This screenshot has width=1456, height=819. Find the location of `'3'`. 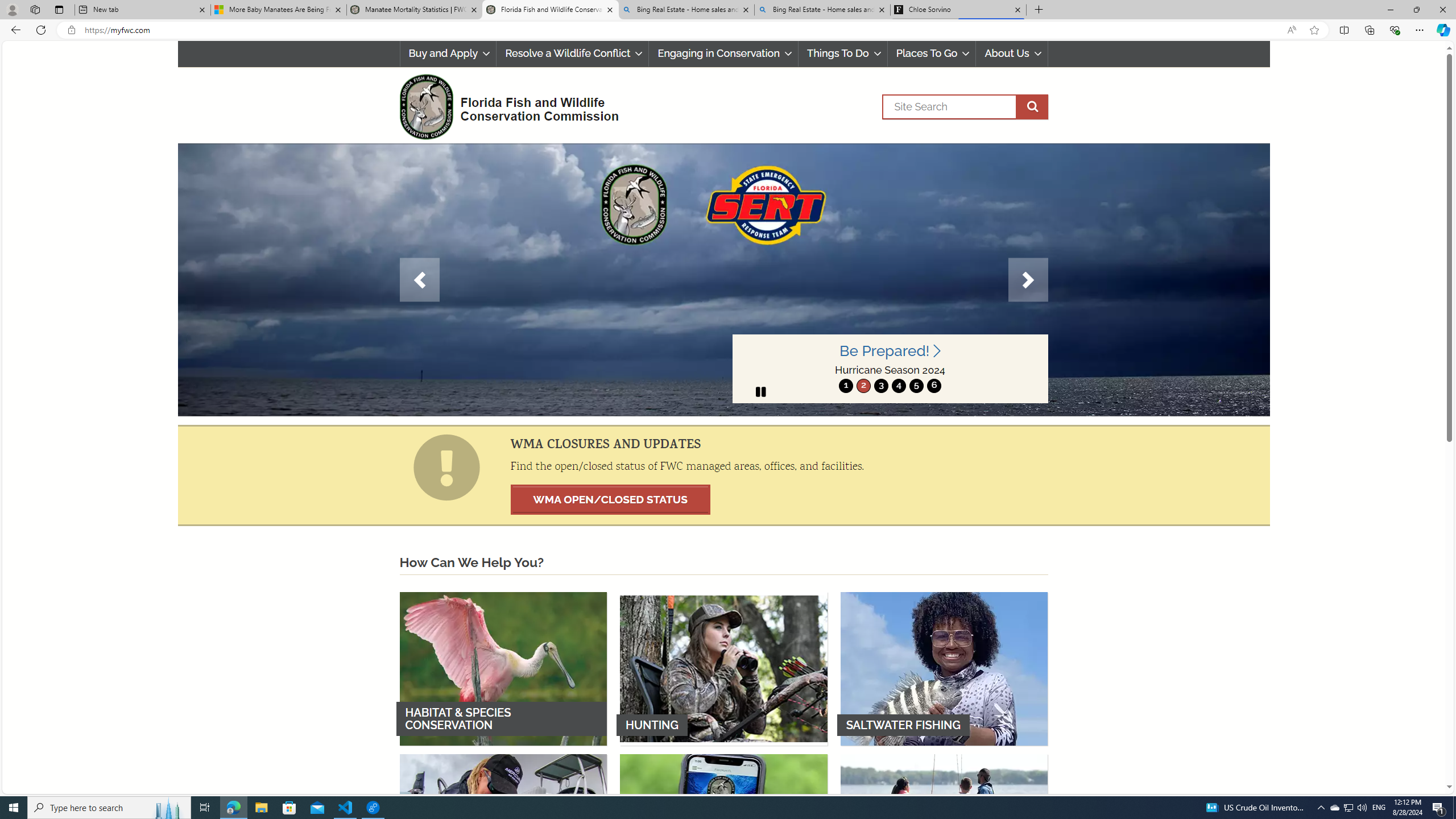

'3' is located at coordinates (880, 385).